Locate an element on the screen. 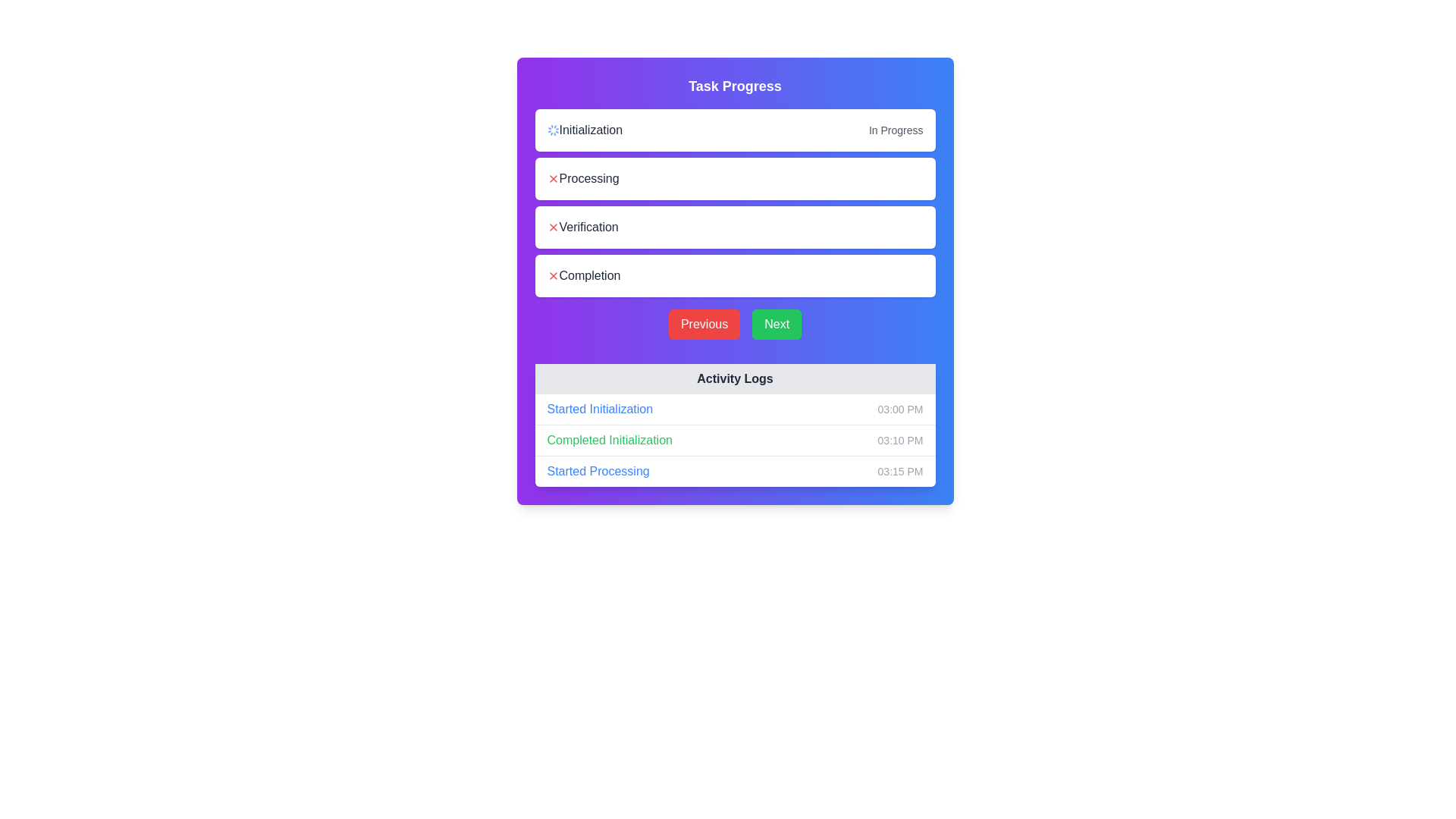 The width and height of the screenshot is (1456, 819). the text label that serves as the title for the activity log section, positioned at the top of the panel above the list of activity entries is located at coordinates (735, 378).